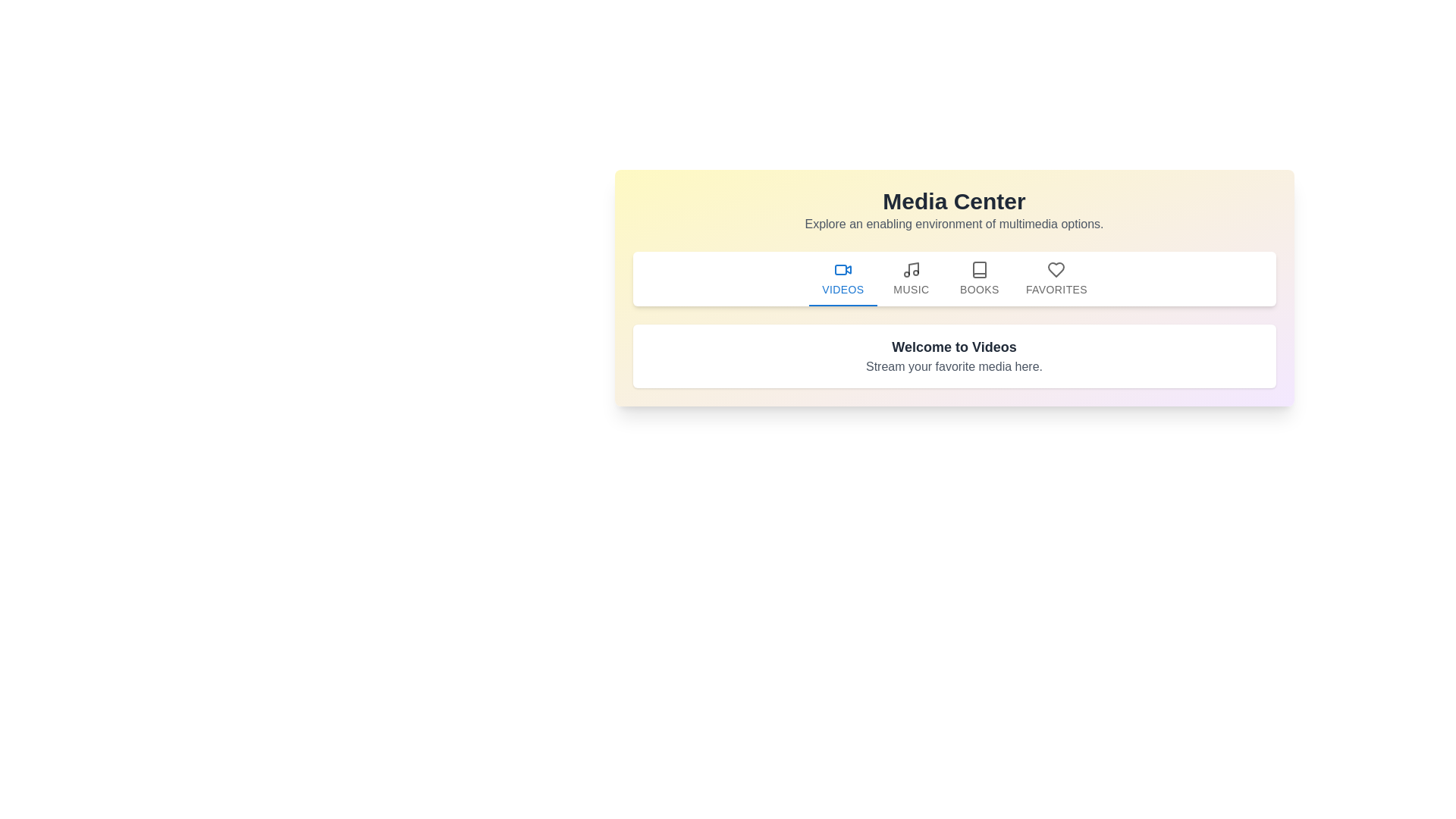 The image size is (1456, 819). Describe the element at coordinates (979, 269) in the screenshot. I see `the 'Books' icon` at that location.